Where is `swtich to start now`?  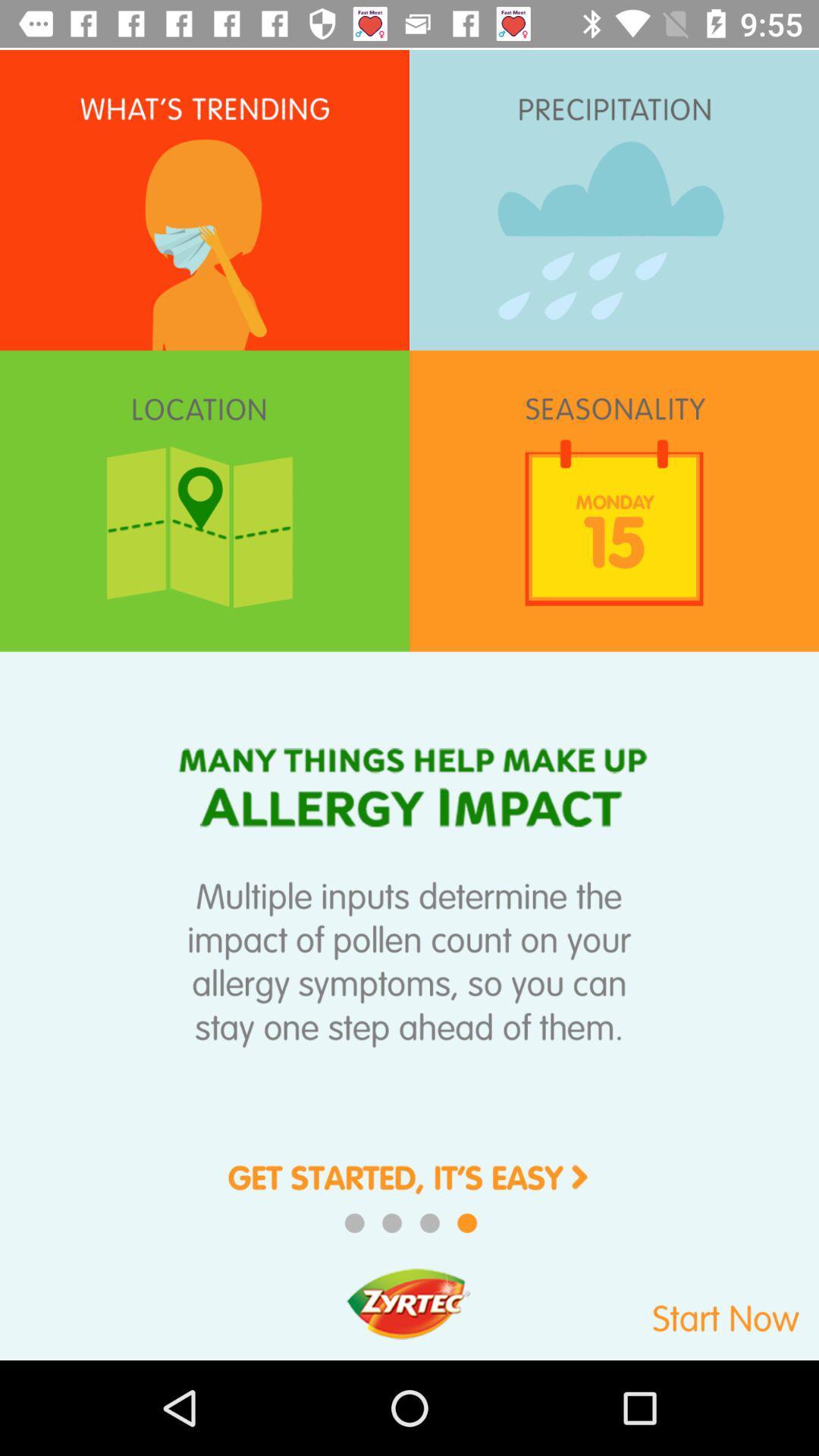
swtich to start now is located at coordinates (669, 1310).